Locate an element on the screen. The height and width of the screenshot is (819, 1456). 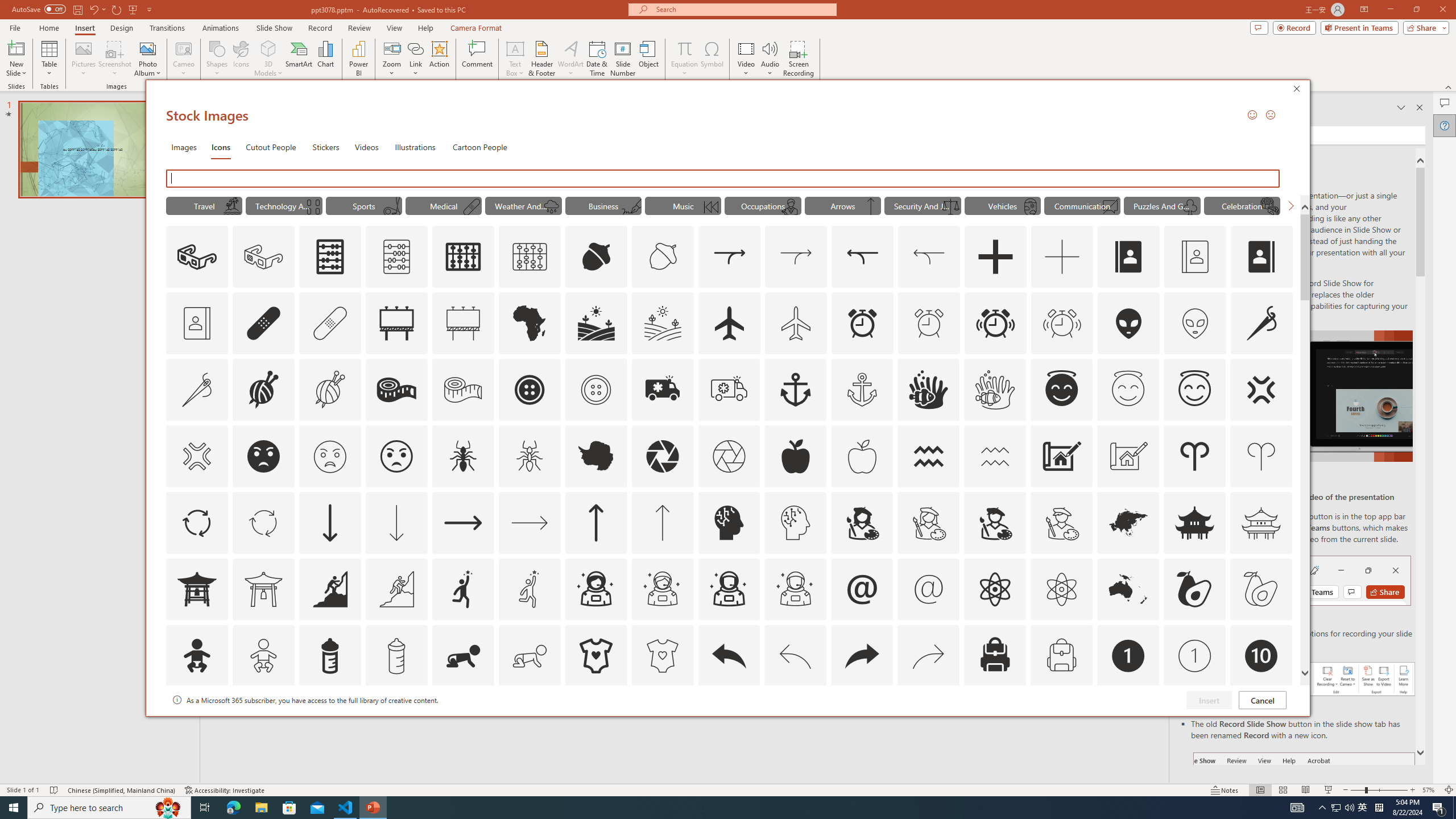
'AutomationID: Icons_Agriculture' is located at coordinates (596, 322).